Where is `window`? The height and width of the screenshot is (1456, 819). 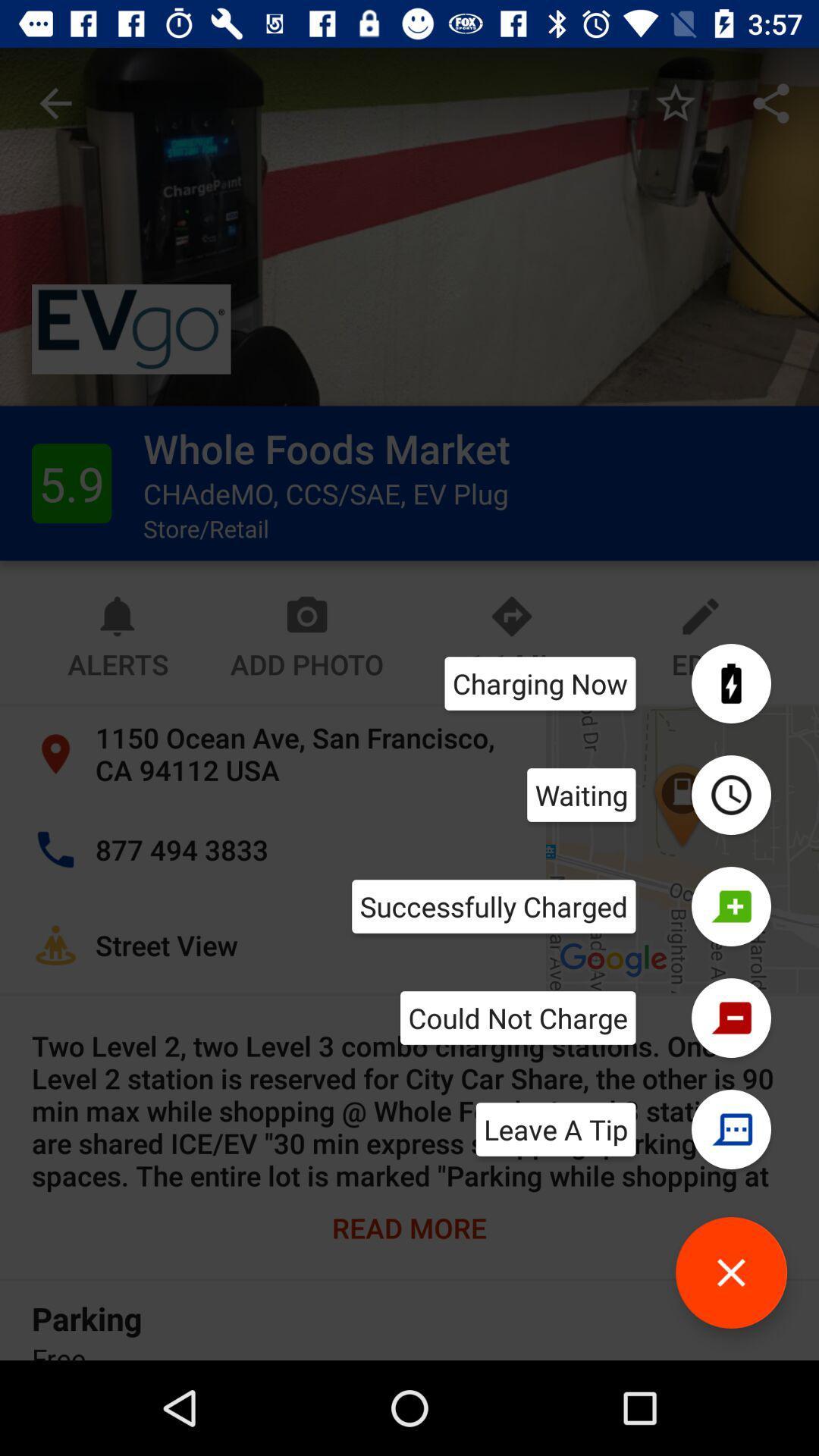
window is located at coordinates (730, 1272).